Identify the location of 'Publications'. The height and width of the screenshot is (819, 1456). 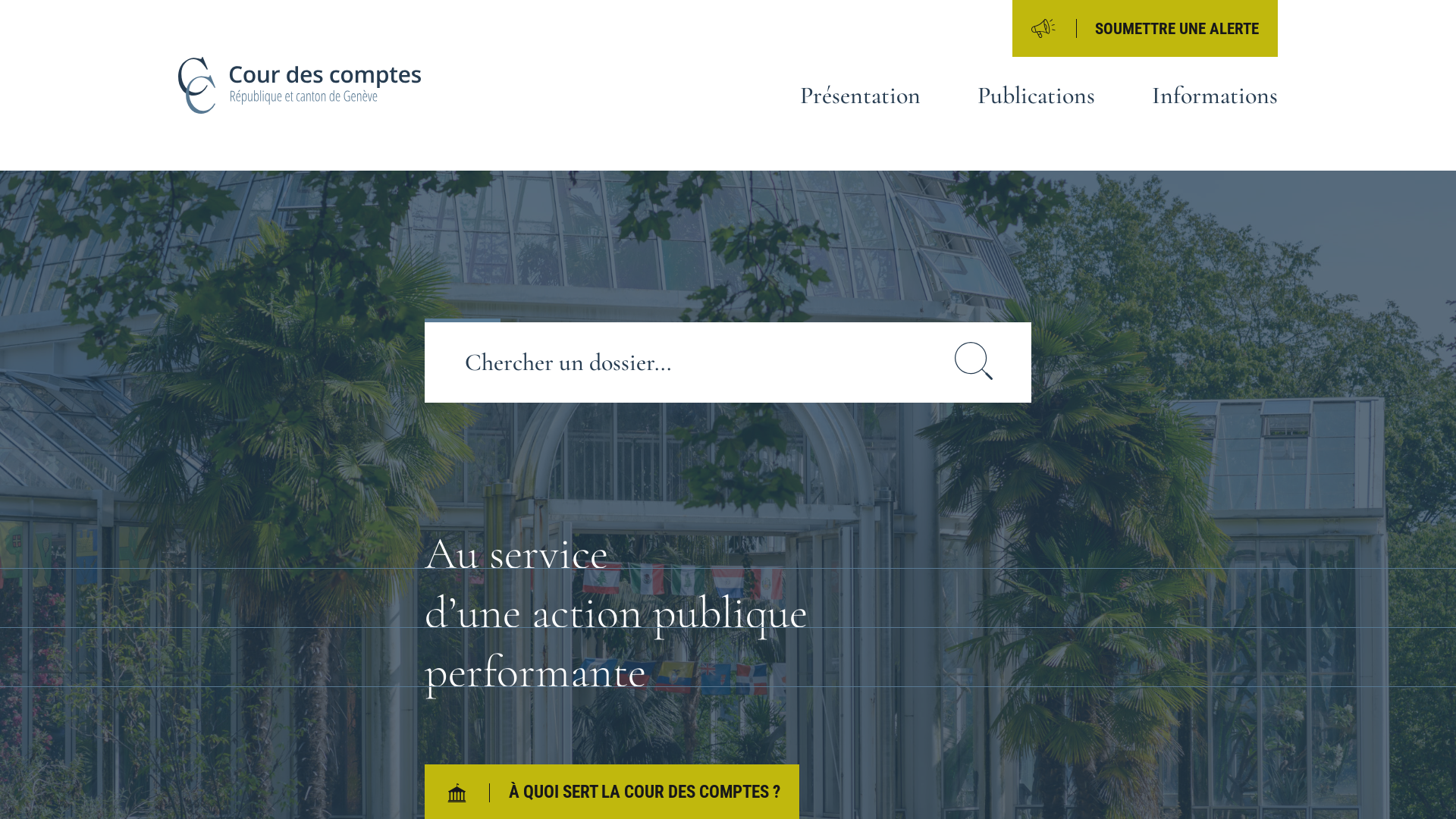
(977, 95).